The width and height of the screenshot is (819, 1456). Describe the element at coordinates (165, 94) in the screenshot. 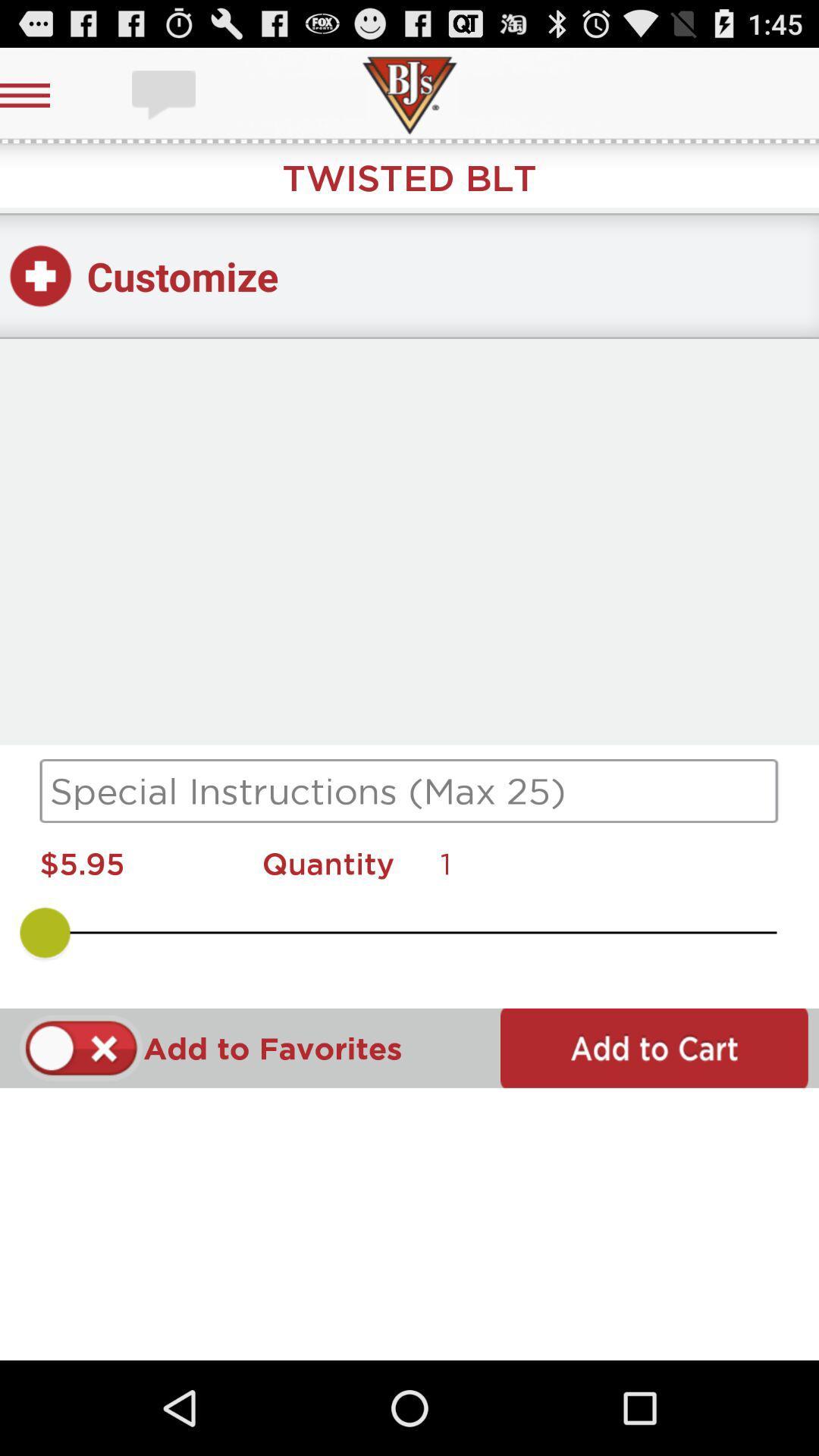

I see `chat` at that location.